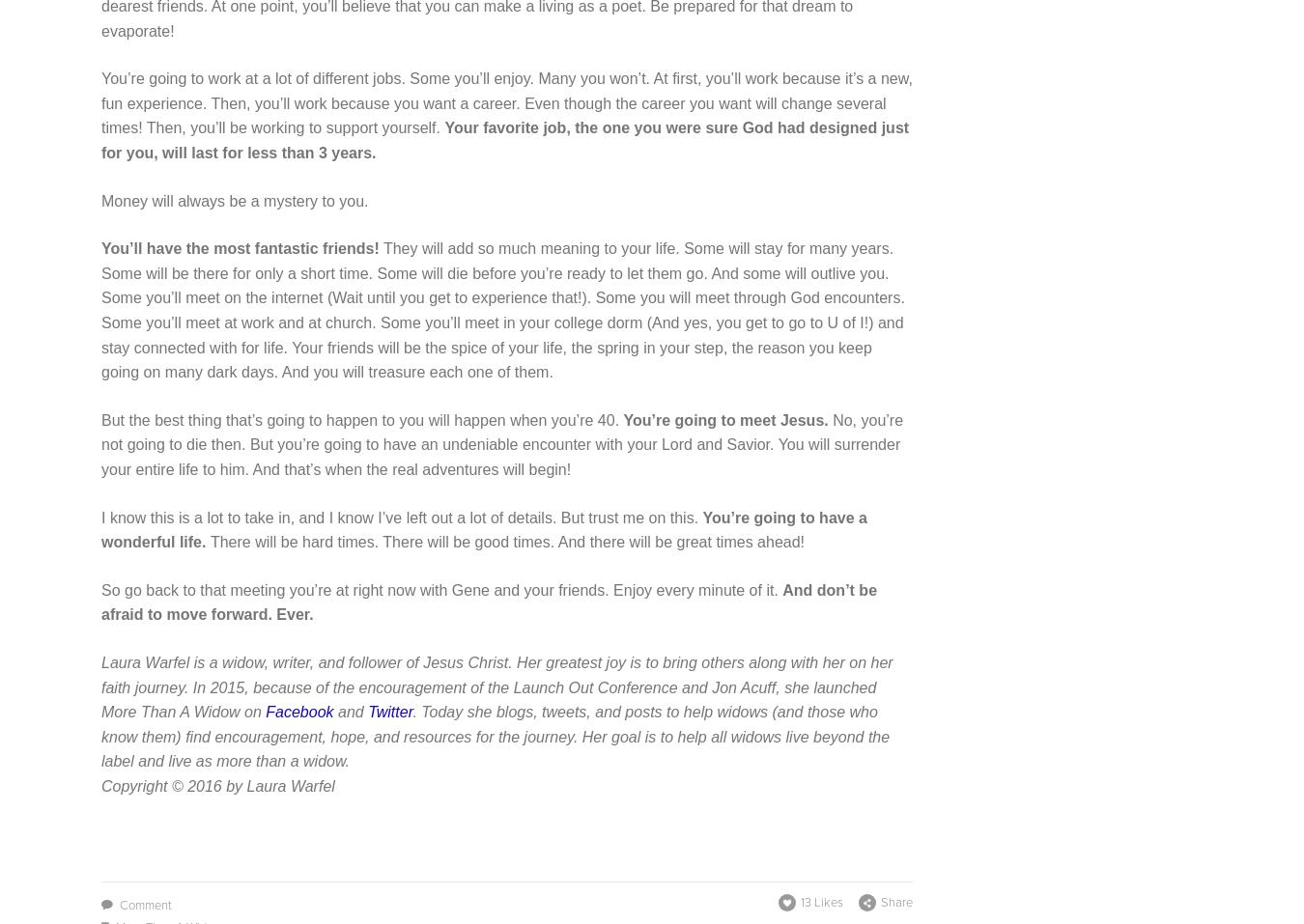 The image size is (1304, 924). What do you see at coordinates (501, 443) in the screenshot?
I see `'No, you’re not going to die then. But you’re going to have an undeniable encounter with your Lord and Savior. You will surrender your entire life to him. And that’s when the real adventures will begin!'` at bounding box center [501, 443].